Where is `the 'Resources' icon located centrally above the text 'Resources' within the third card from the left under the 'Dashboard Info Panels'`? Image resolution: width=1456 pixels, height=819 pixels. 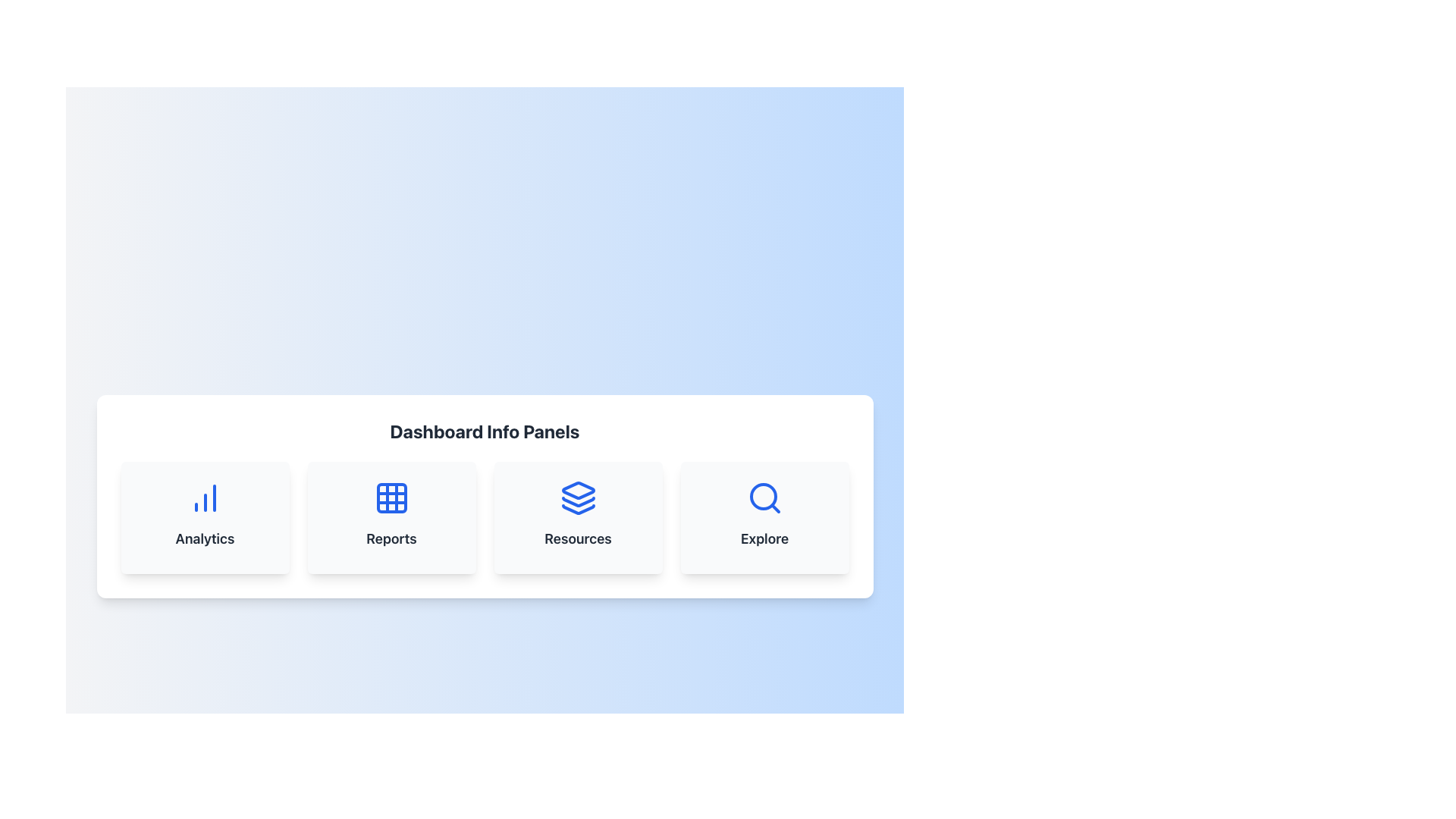 the 'Resources' icon located centrally above the text 'Resources' within the third card from the left under the 'Dashboard Info Panels' is located at coordinates (577, 497).